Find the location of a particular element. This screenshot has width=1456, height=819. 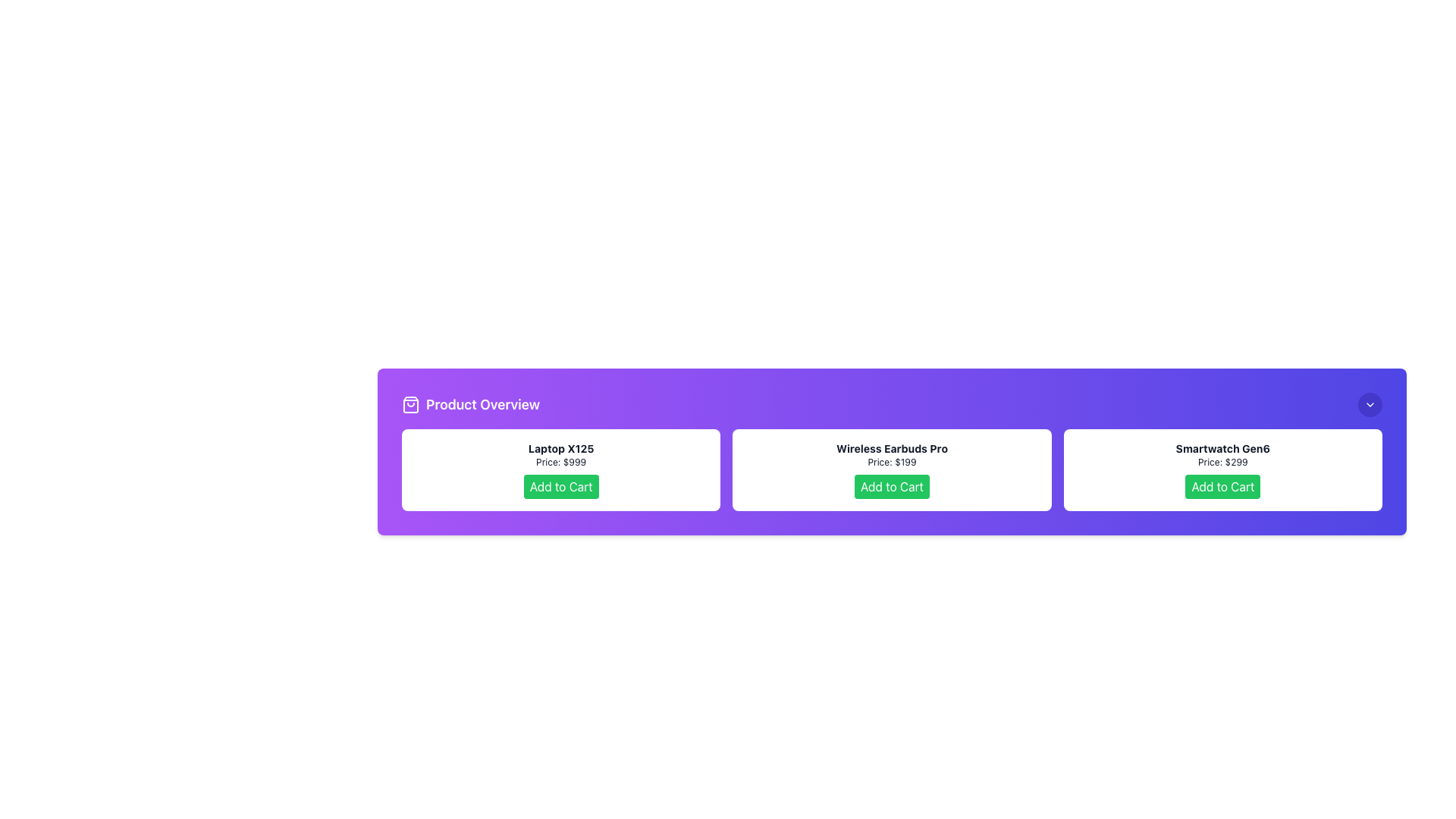

the shopping icon located to the left of the 'Product Overview' header section, which signifies a shopping-related function is located at coordinates (411, 403).